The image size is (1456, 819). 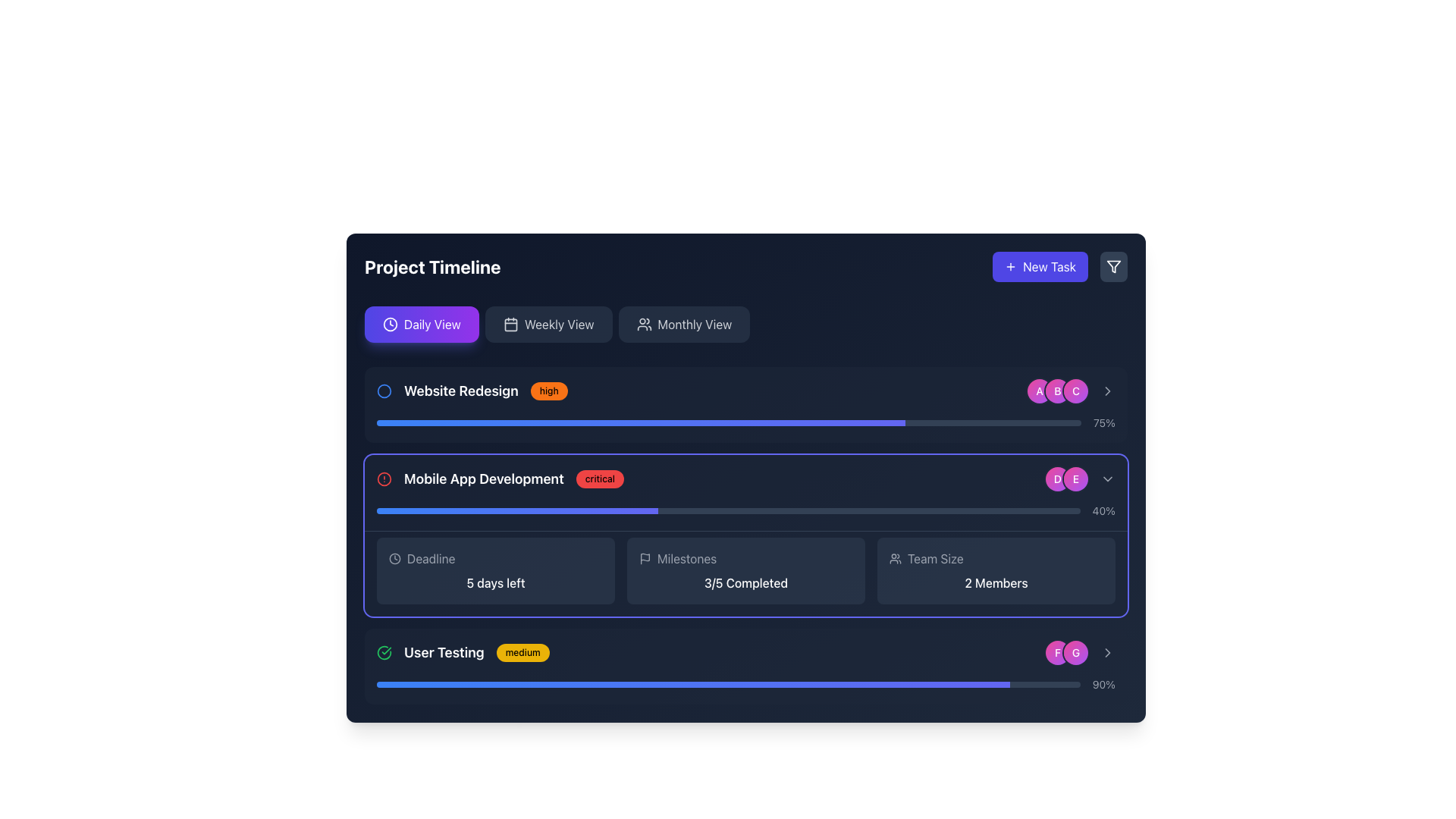 What do you see at coordinates (858, 684) in the screenshot?
I see `the progress value` at bounding box center [858, 684].